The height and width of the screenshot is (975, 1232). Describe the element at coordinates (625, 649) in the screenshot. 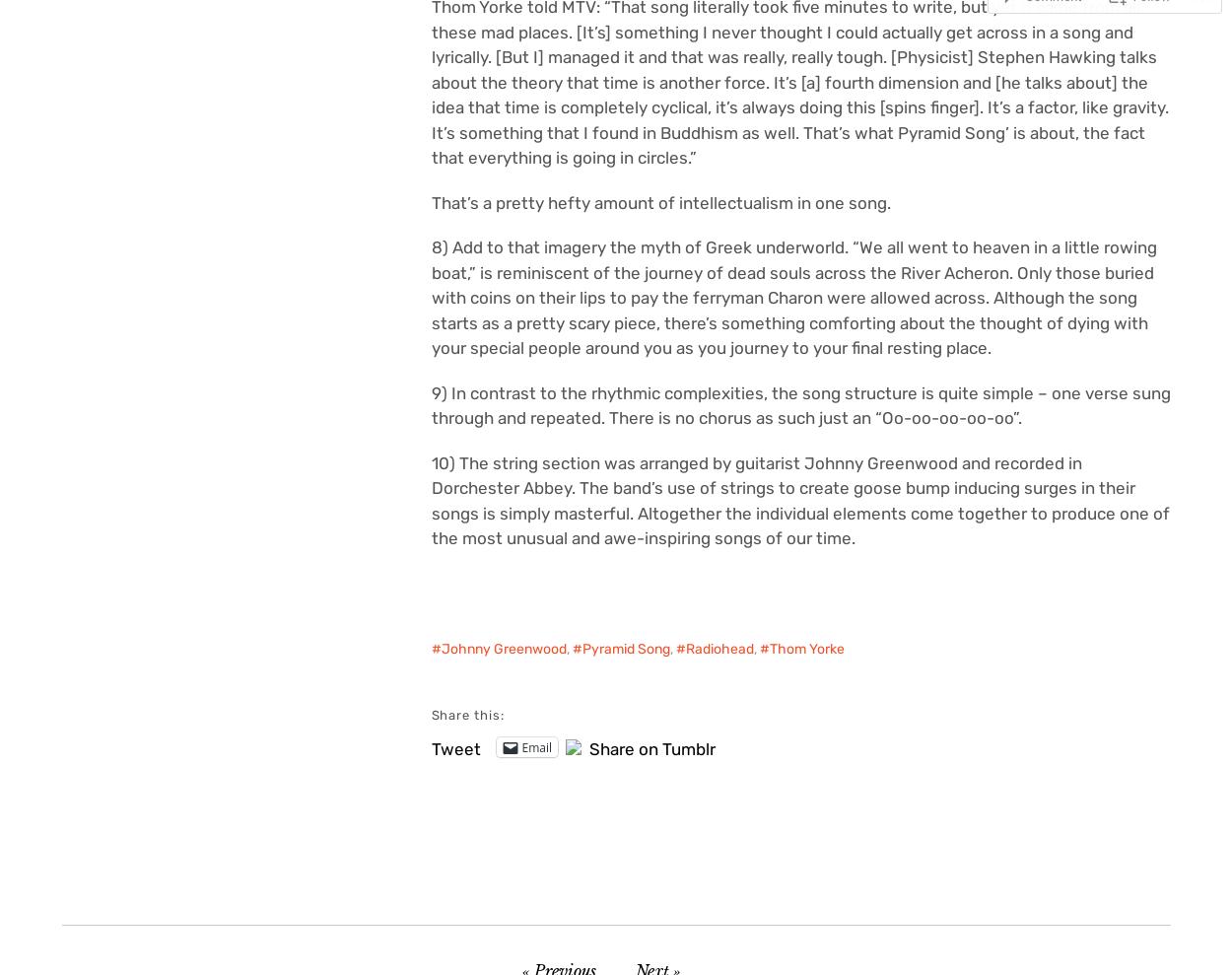

I see `'Pyramid Song'` at that location.